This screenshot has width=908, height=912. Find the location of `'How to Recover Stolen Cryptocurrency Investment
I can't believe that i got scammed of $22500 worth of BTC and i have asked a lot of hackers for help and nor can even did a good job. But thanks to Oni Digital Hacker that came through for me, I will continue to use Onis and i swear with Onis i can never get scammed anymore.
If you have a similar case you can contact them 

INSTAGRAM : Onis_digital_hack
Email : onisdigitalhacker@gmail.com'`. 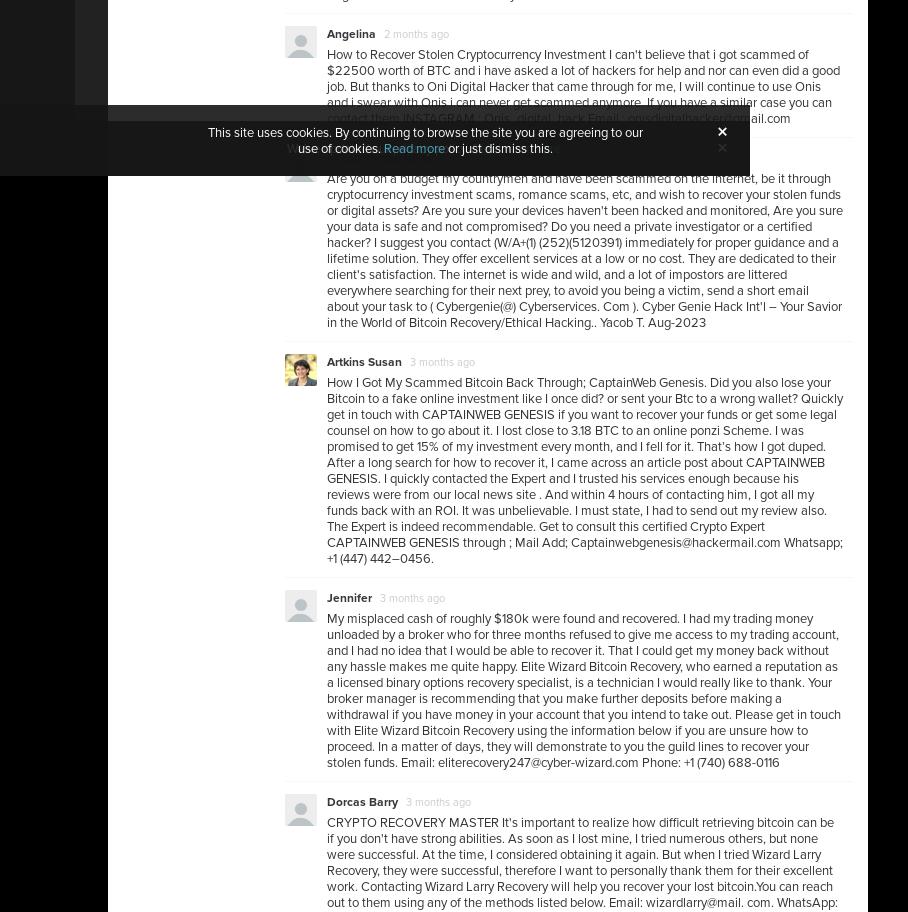

'How to Recover Stolen Cryptocurrency Investment
I can't believe that i got scammed of $22500 worth of BTC and i have asked a lot of hackers for help and nor can even did a good job. But thanks to Oni Digital Hacker that came through for me, I will continue to use Onis and i swear with Onis i can never get scammed anymore.
If you have a similar case you can contact them 

INSTAGRAM : Onis_digital_hack
Email : onisdigitalhacker@gmail.com' is located at coordinates (583, 87).